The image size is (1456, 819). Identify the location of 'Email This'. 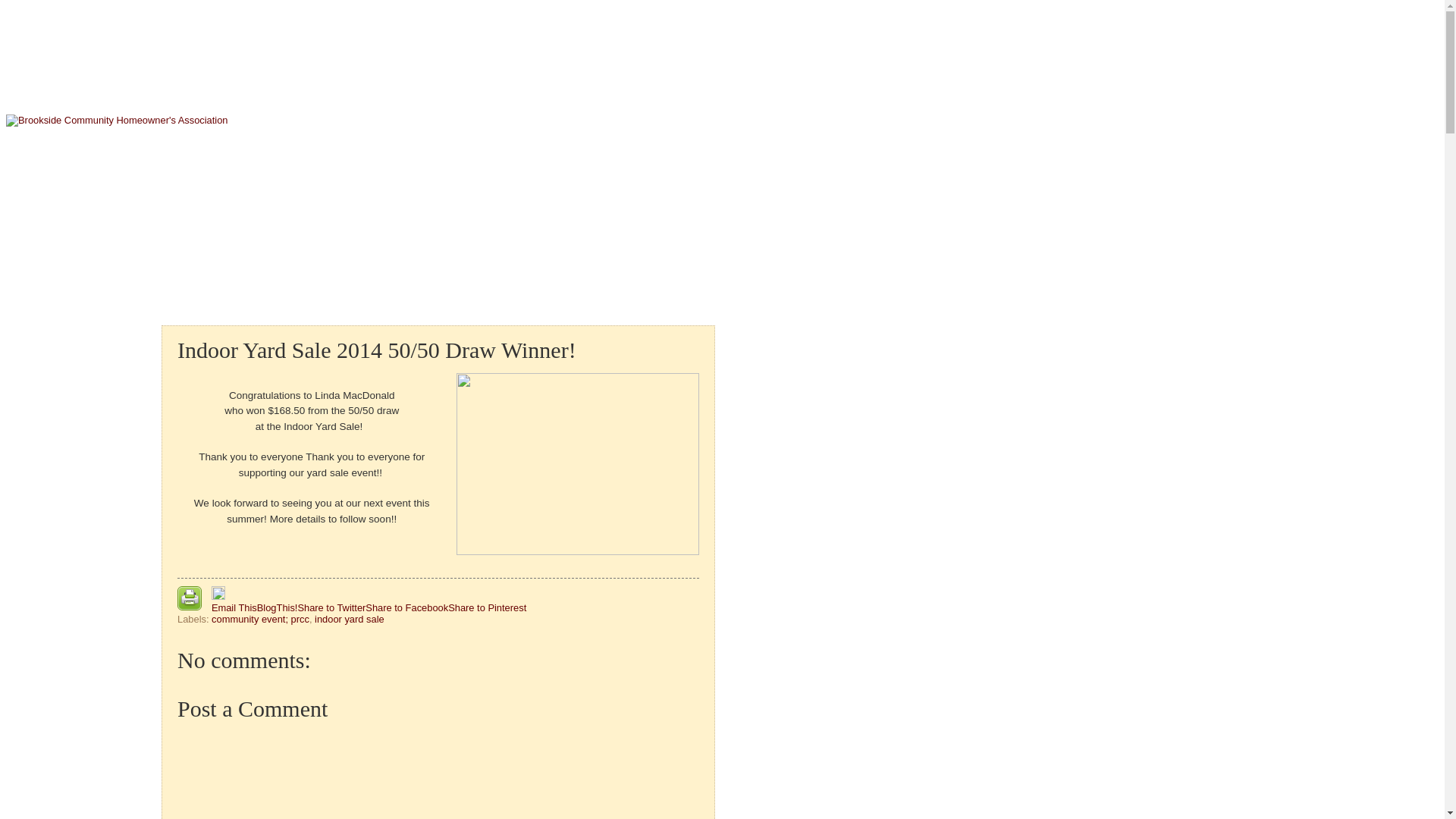
(233, 607).